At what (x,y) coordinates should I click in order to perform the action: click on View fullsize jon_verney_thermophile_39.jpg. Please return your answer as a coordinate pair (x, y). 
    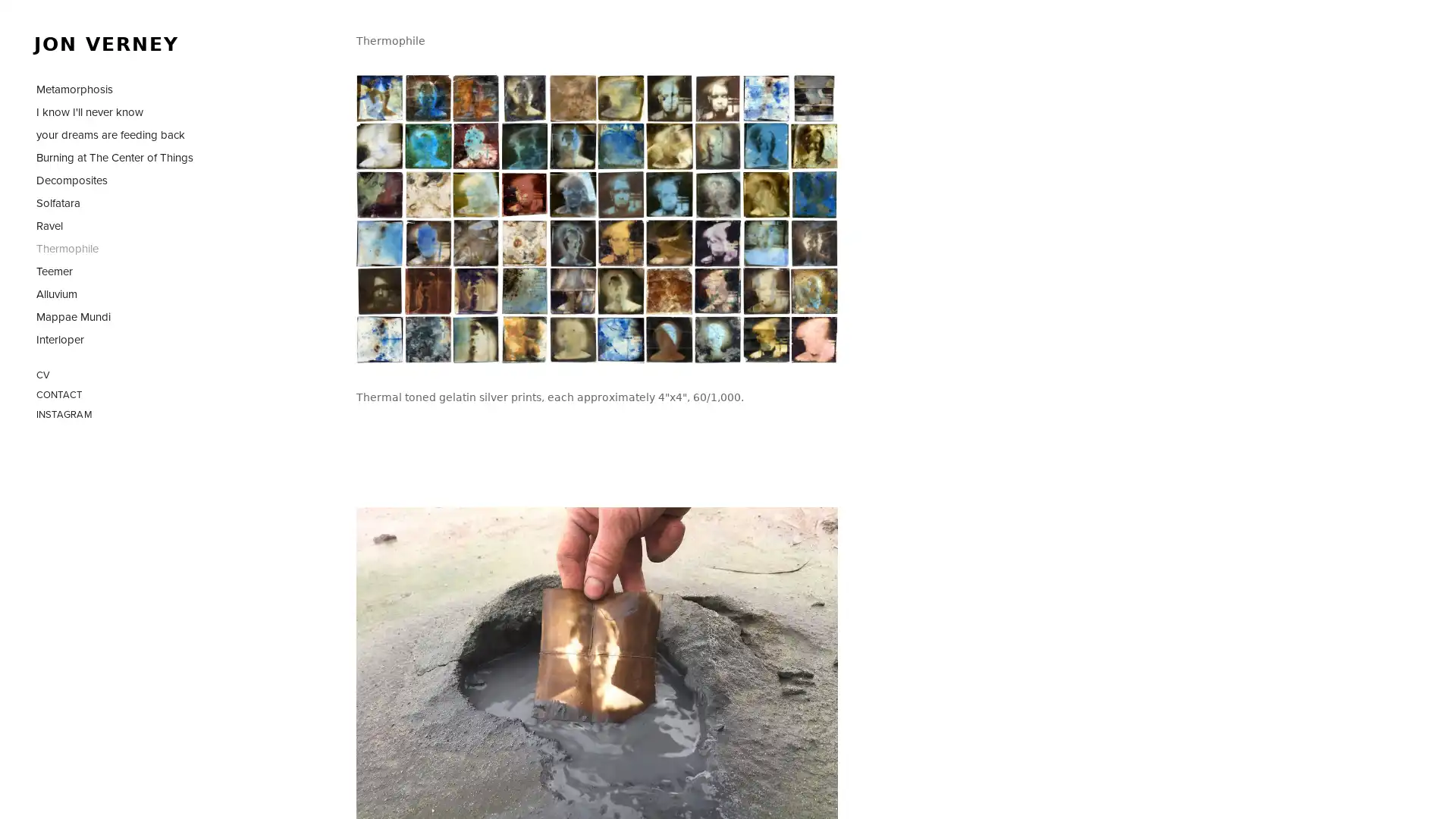
    Looking at the image, I should click on (765, 338).